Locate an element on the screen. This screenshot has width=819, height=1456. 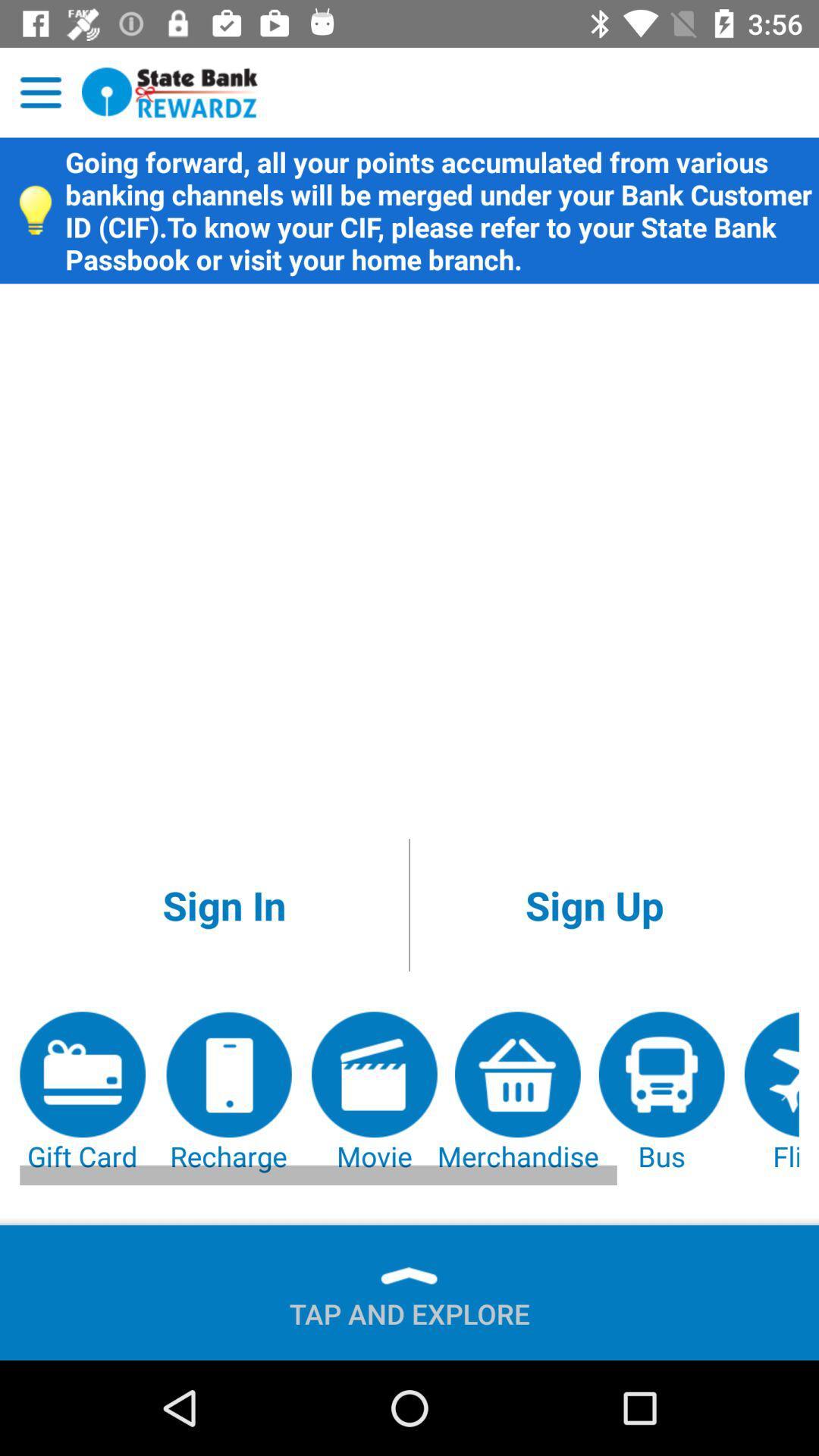
the item below the going forward all app is located at coordinates (594, 905).